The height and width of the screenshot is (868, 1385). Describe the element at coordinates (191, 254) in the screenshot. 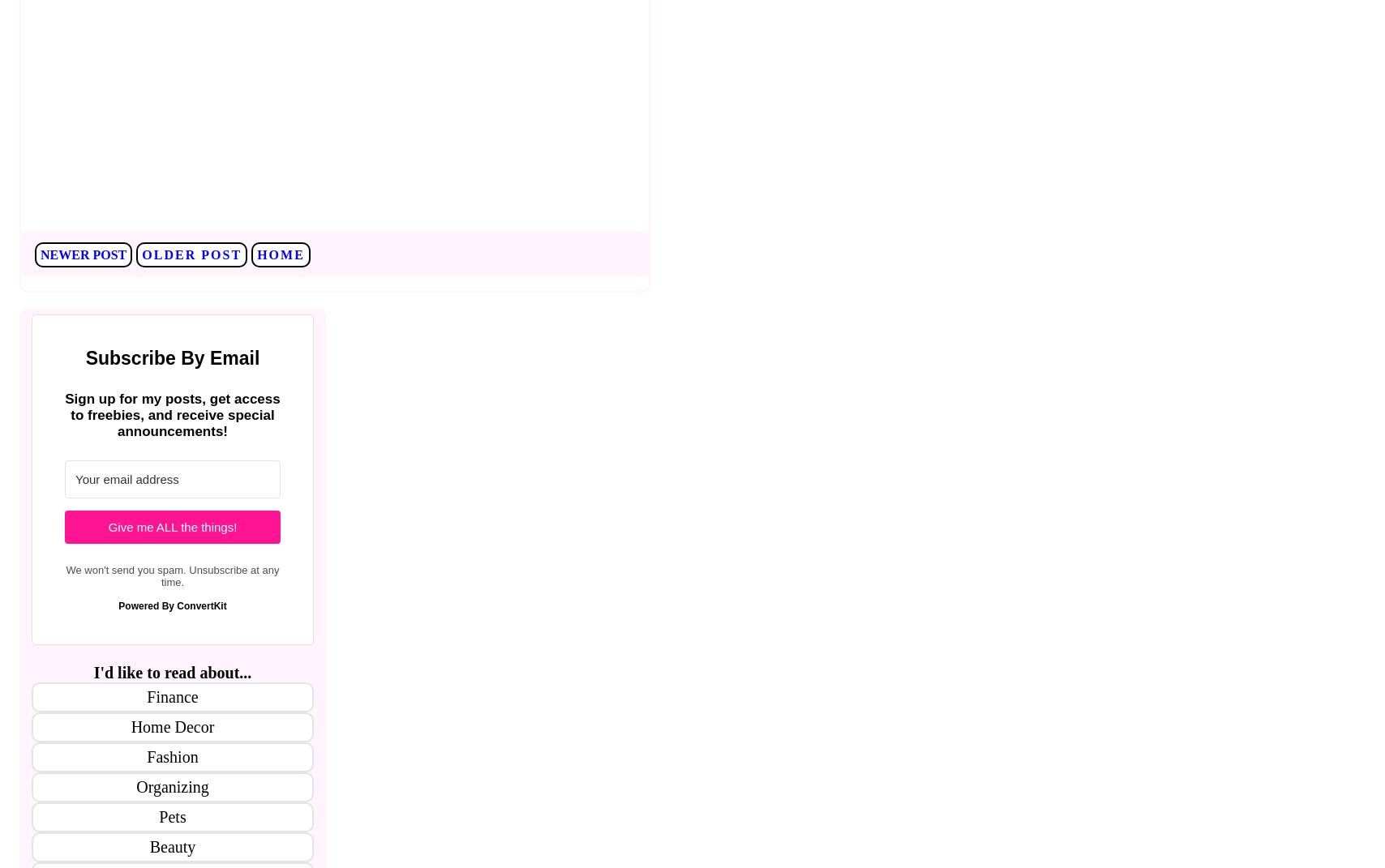

I see `'Older Post'` at that location.